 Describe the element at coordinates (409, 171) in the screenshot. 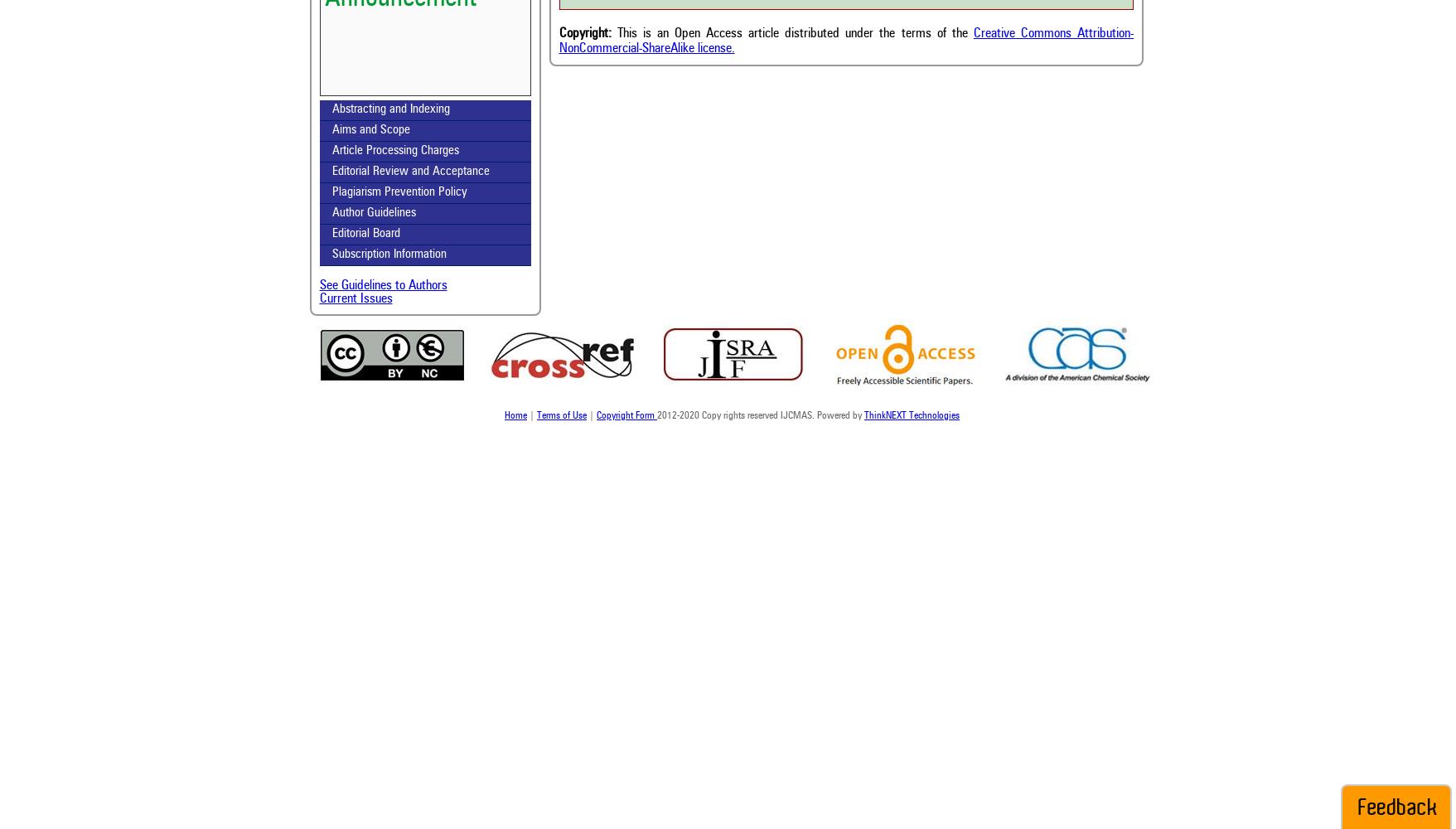

I see `'Editorial Review and Acceptance'` at that location.